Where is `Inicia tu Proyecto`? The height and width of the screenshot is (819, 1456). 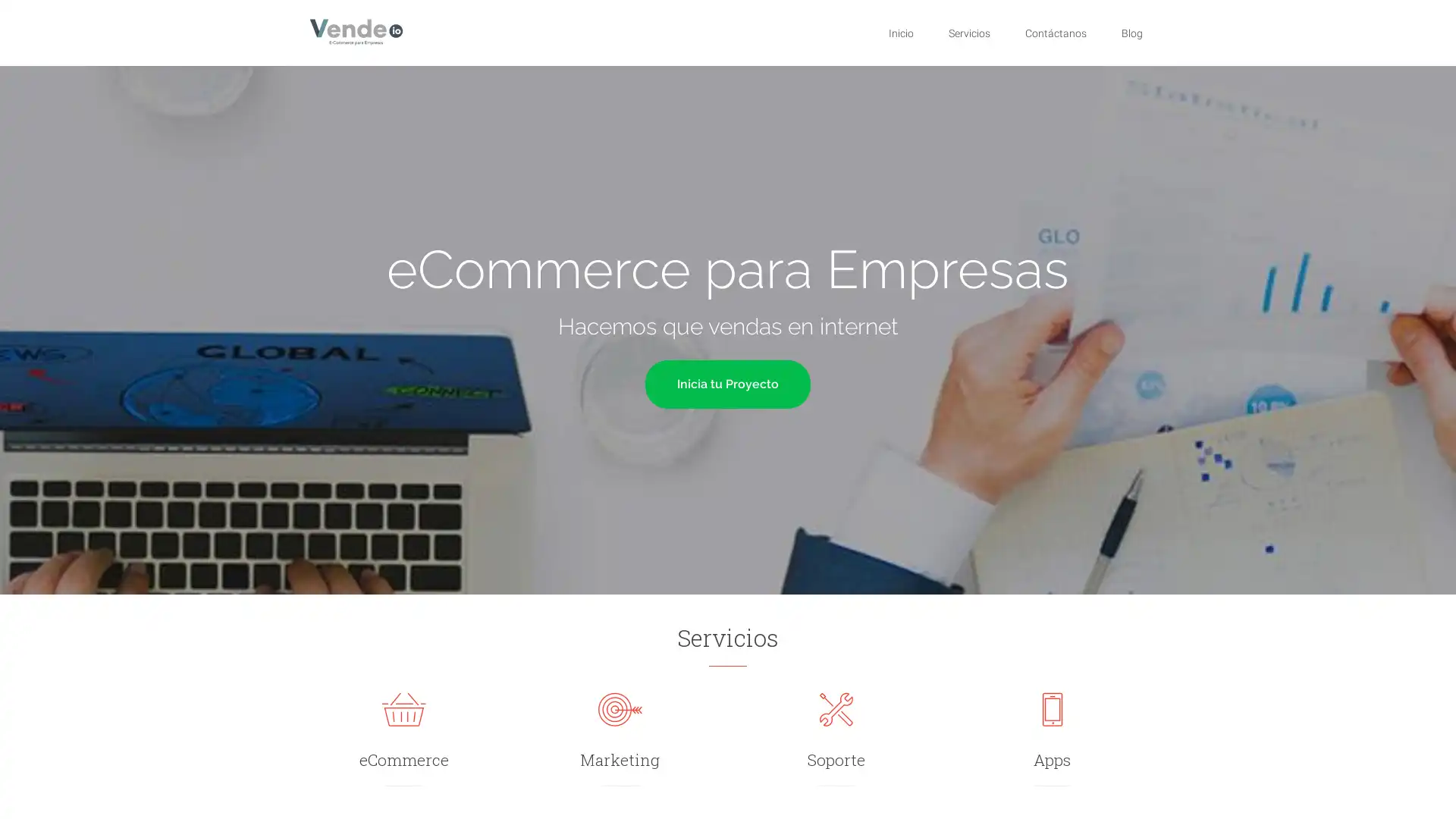 Inicia tu Proyecto is located at coordinates (728, 382).